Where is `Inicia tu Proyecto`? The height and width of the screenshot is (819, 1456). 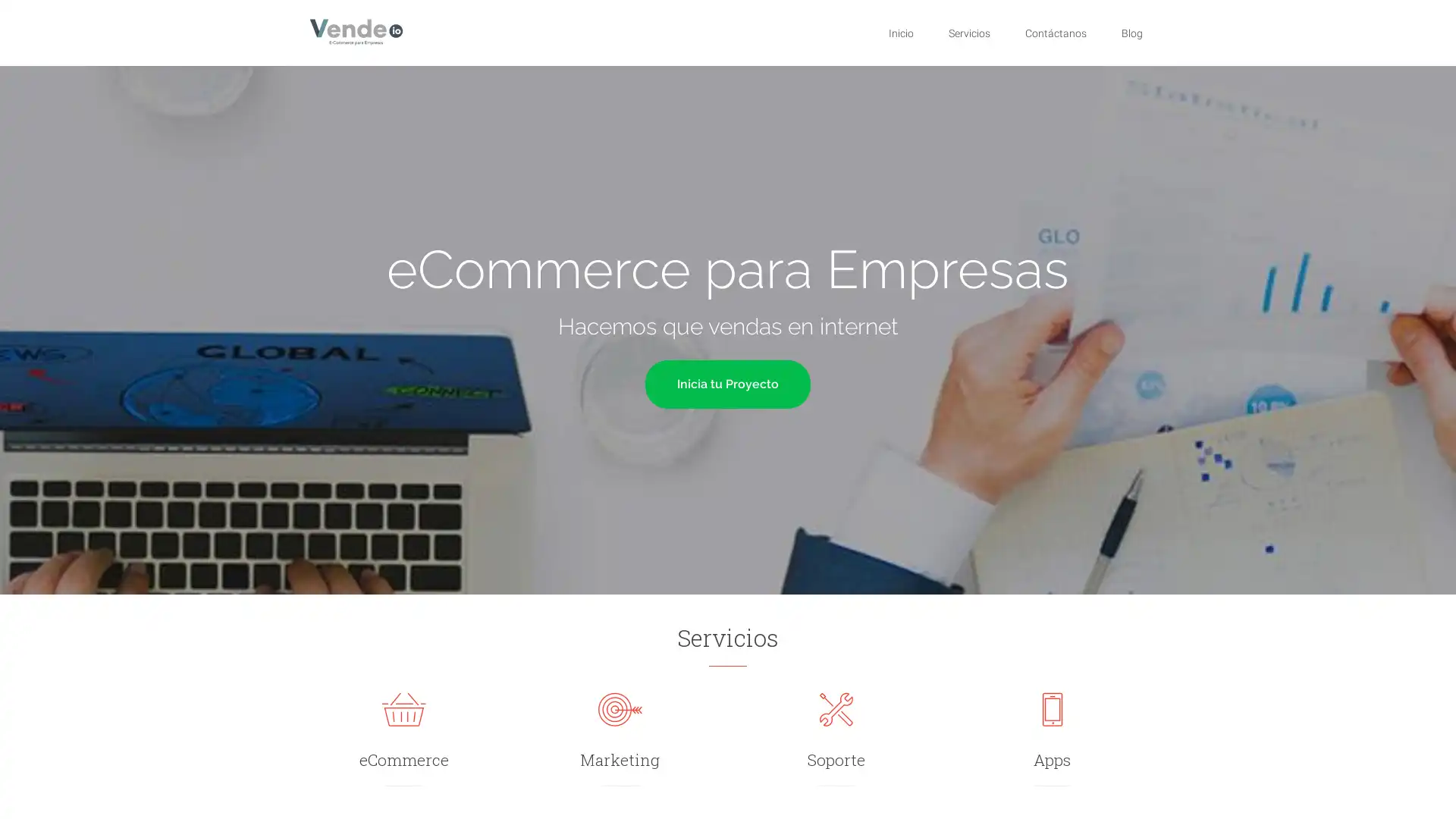 Inicia tu Proyecto is located at coordinates (728, 382).